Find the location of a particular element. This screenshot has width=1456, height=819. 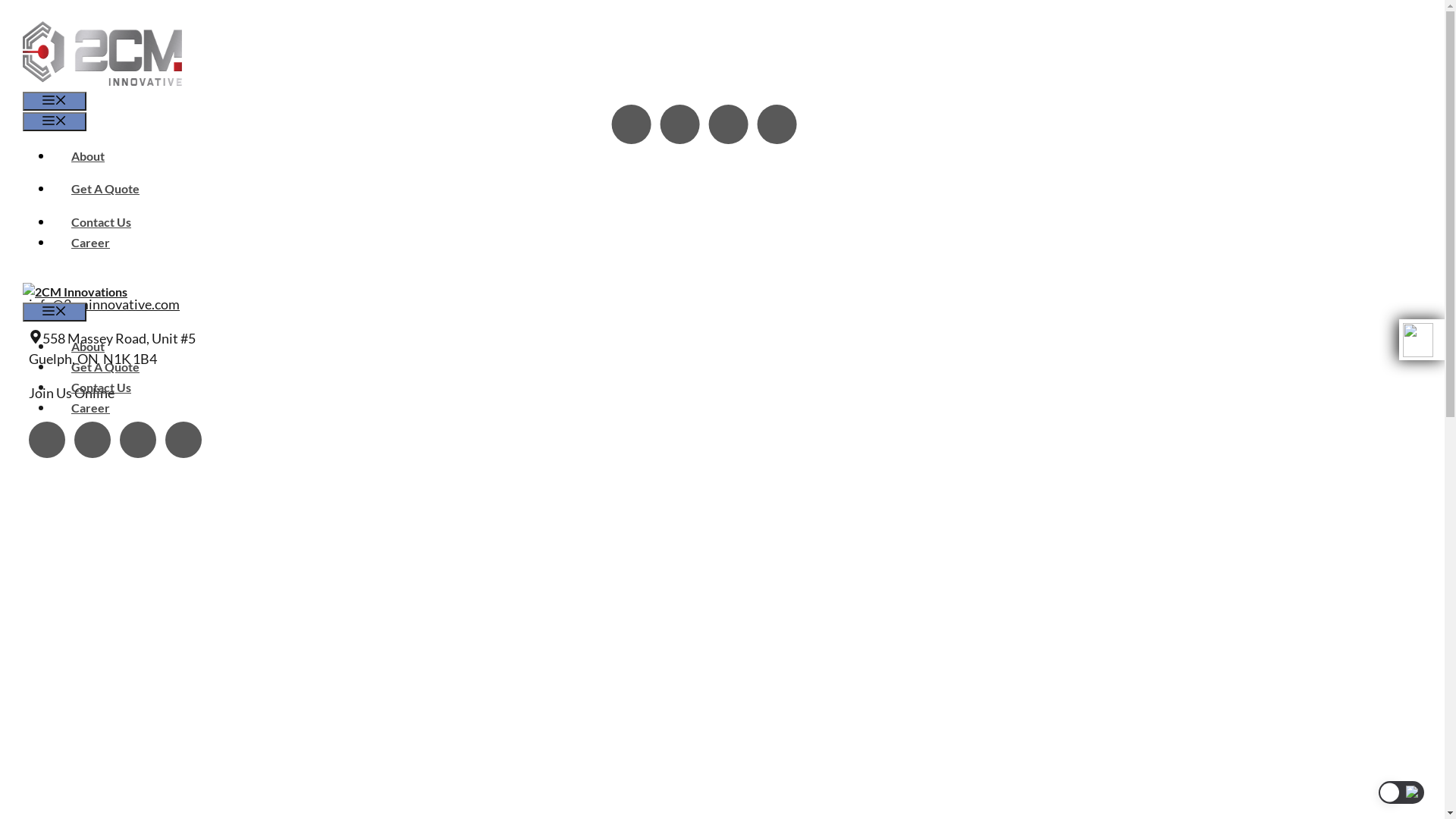

'info@2cminnovative.com' is located at coordinates (103, 304).